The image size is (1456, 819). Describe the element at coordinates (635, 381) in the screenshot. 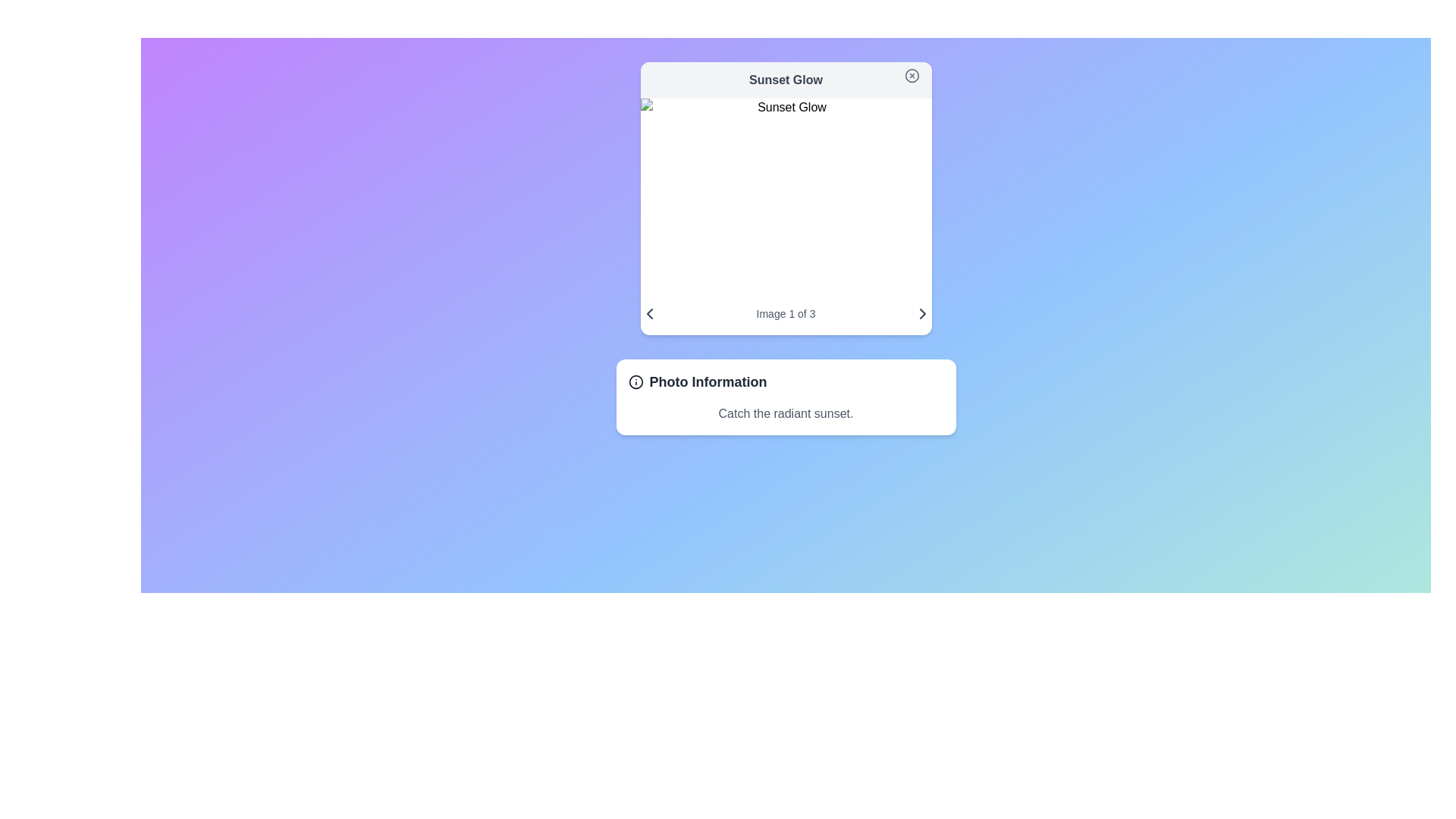

I see `the information icon located to the left of the 'Photo Information' label, which signifies that detailed information can be viewed or obtained` at that location.